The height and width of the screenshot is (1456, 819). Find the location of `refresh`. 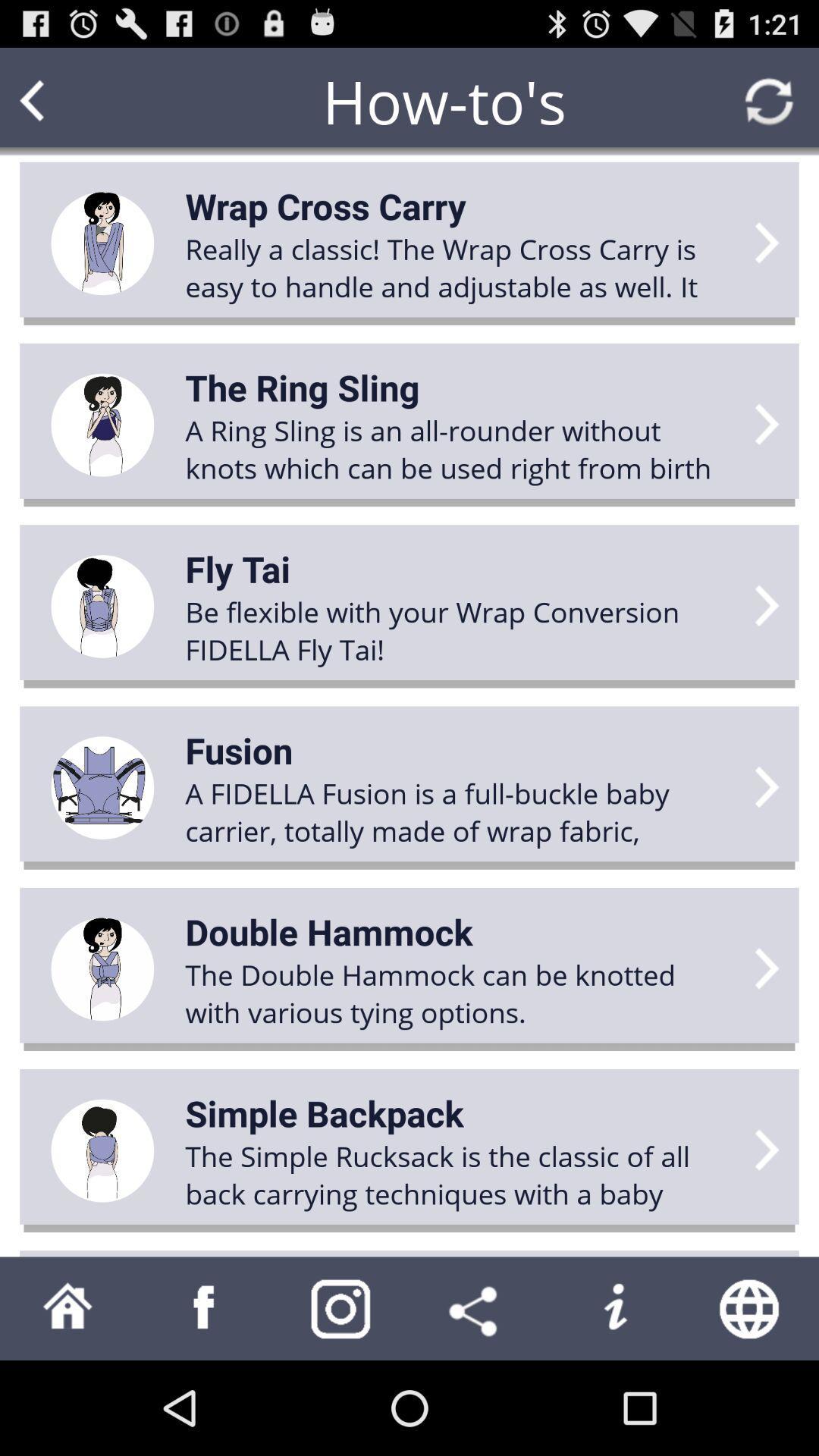

refresh is located at coordinates (769, 100).